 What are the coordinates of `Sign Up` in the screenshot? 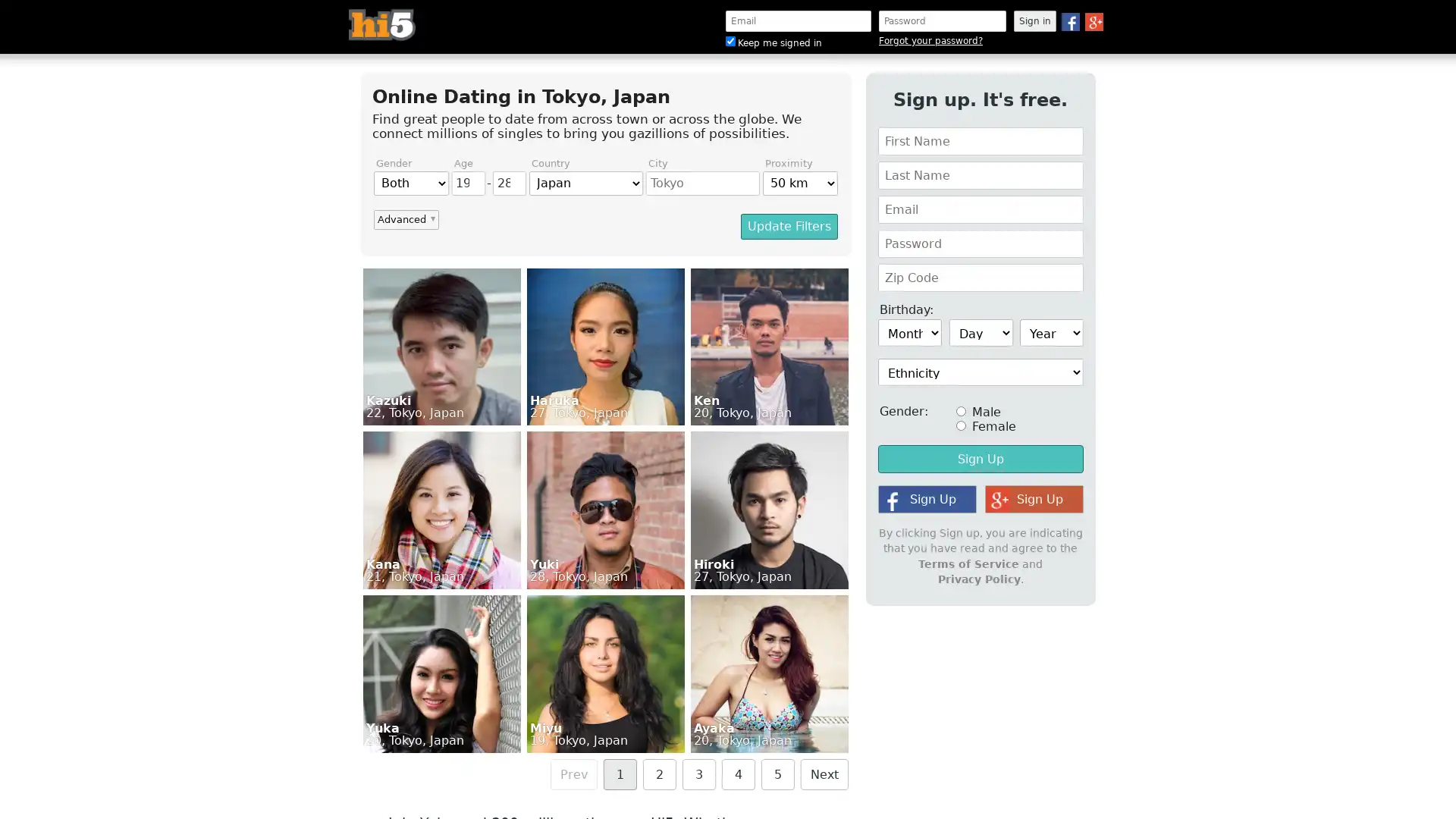 It's located at (926, 499).